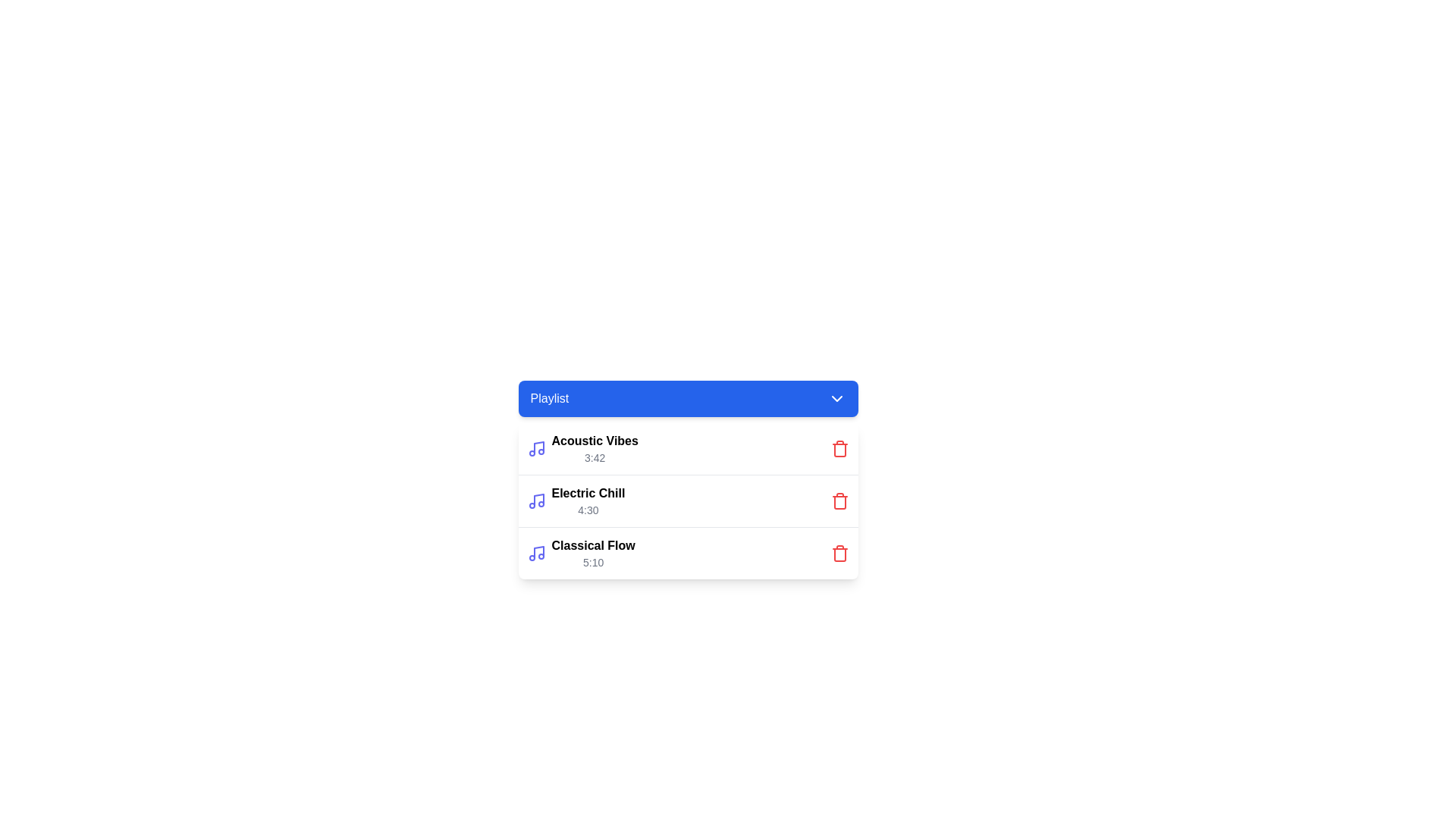  I want to click on the red trashcan icon button located to the right of the song title 'Acoustic Vibes' and its duration '3:42', so click(839, 447).